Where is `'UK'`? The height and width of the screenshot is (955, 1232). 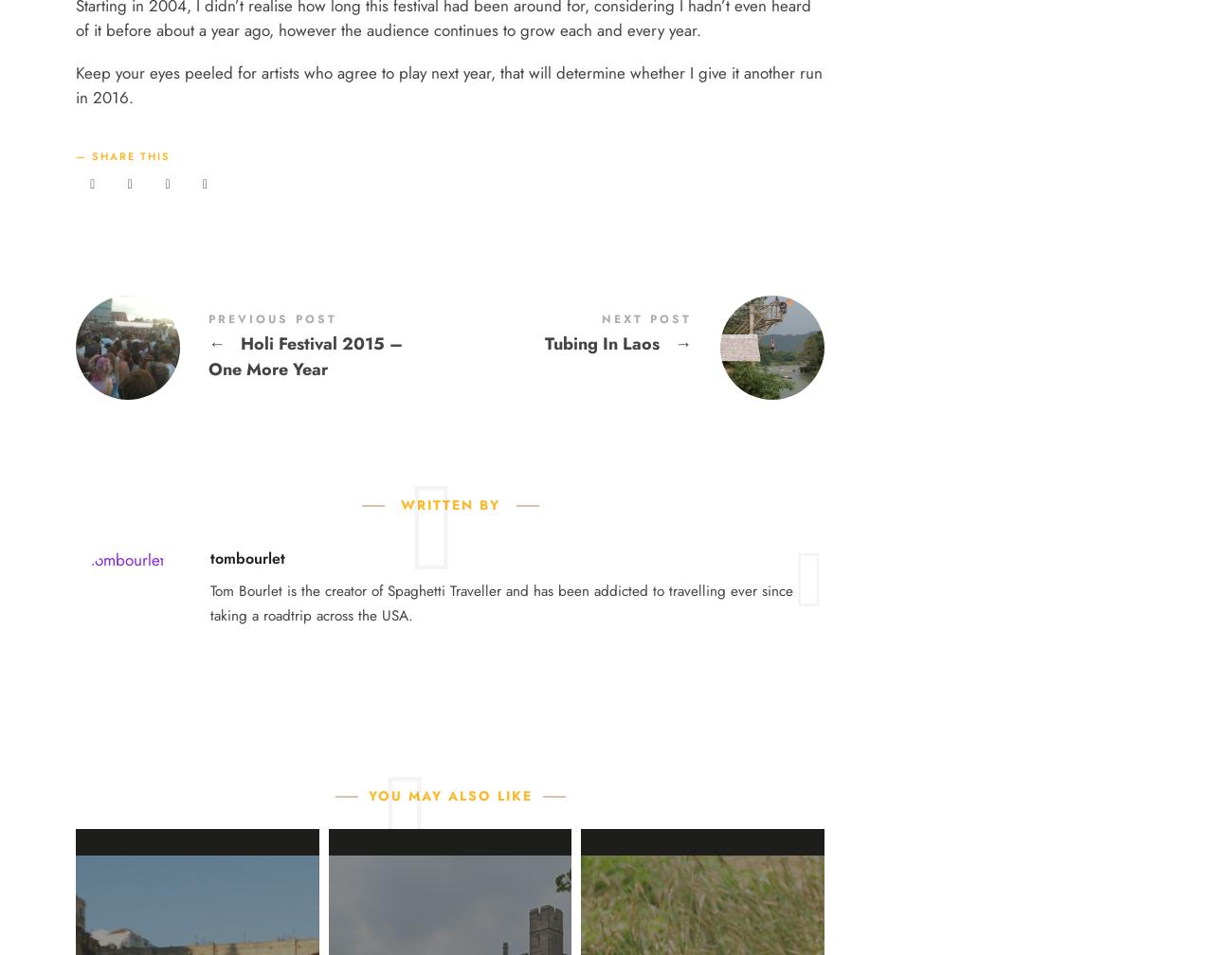 'UK' is located at coordinates (480, 171).